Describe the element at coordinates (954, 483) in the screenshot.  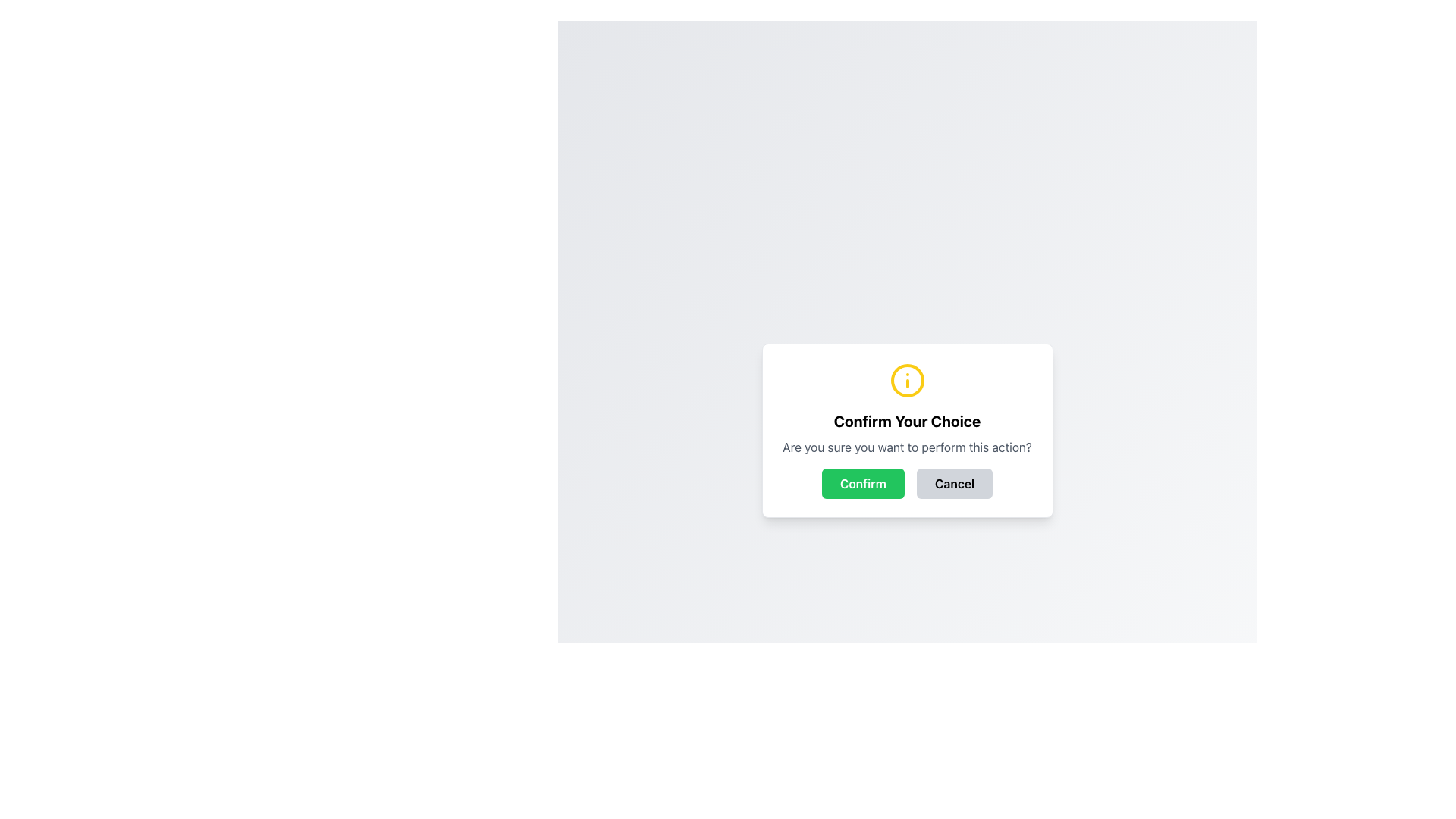
I see `the cancel button located below the confirmation text in the modal dialog to observe the hover effect` at that location.